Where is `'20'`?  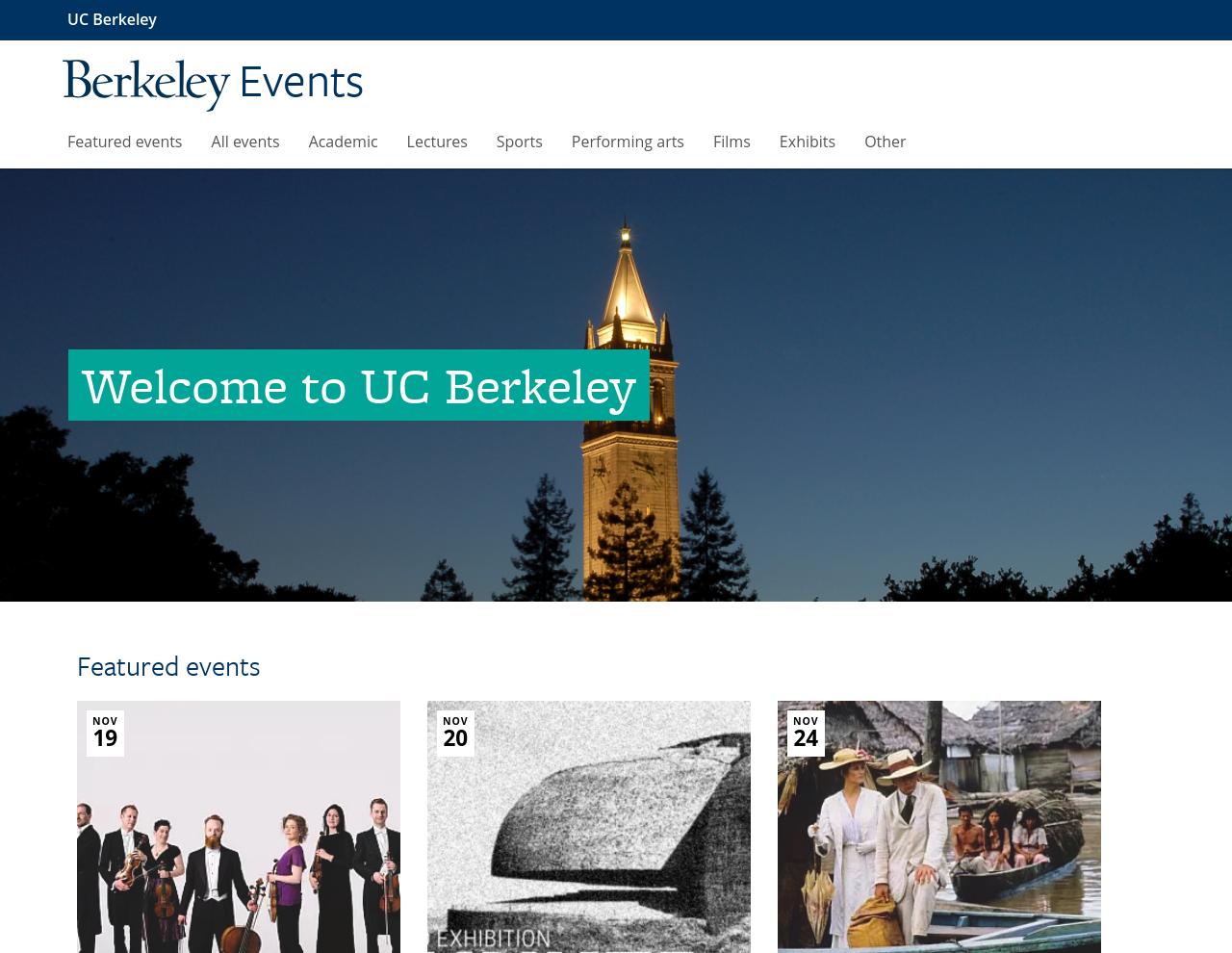
'20' is located at coordinates (453, 737).